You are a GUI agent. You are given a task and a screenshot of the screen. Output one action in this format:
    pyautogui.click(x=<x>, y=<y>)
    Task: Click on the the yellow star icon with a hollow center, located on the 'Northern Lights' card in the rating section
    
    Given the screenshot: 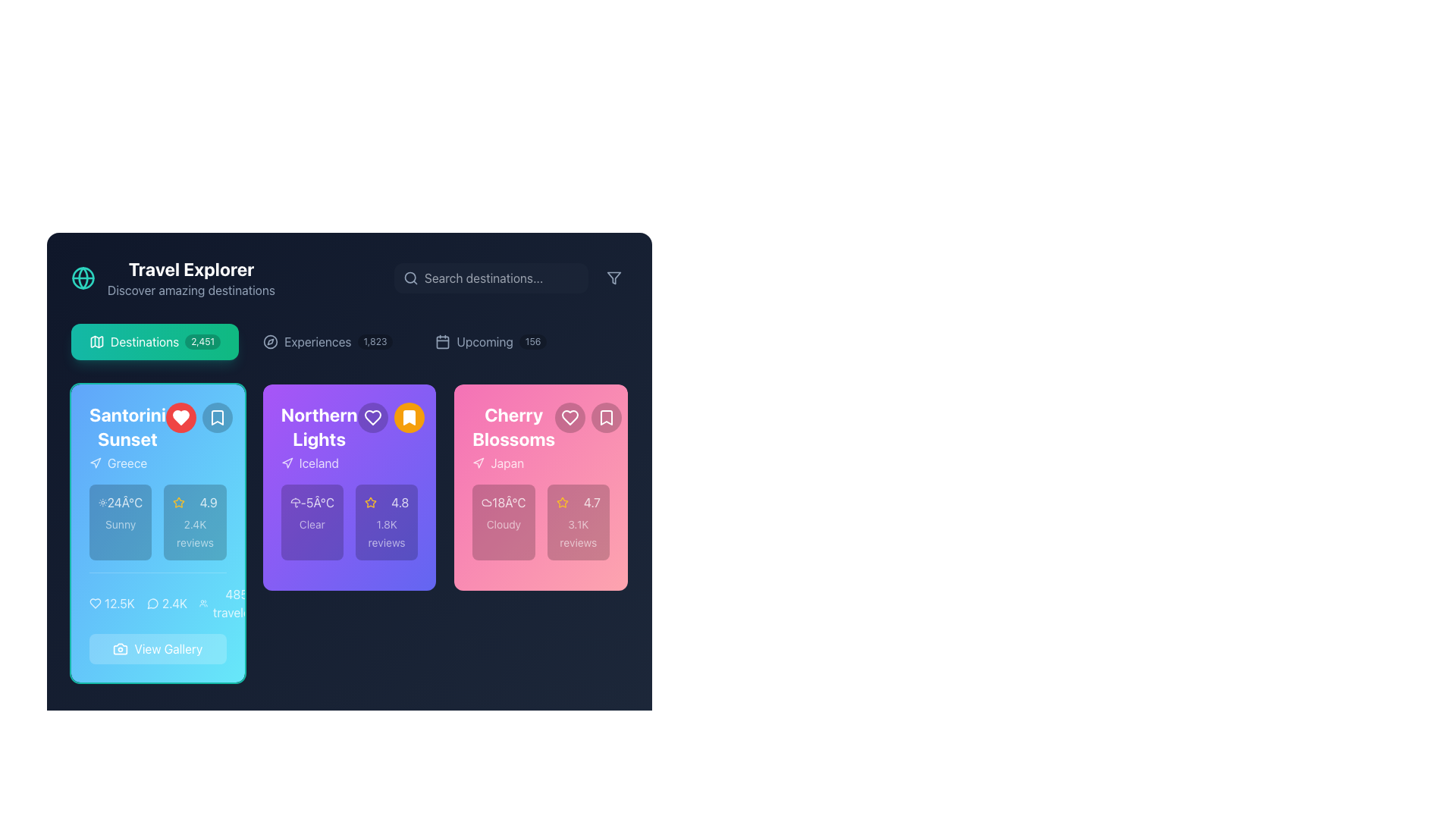 What is the action you would take?
    pyautogui.click(x=371, y=502)
    